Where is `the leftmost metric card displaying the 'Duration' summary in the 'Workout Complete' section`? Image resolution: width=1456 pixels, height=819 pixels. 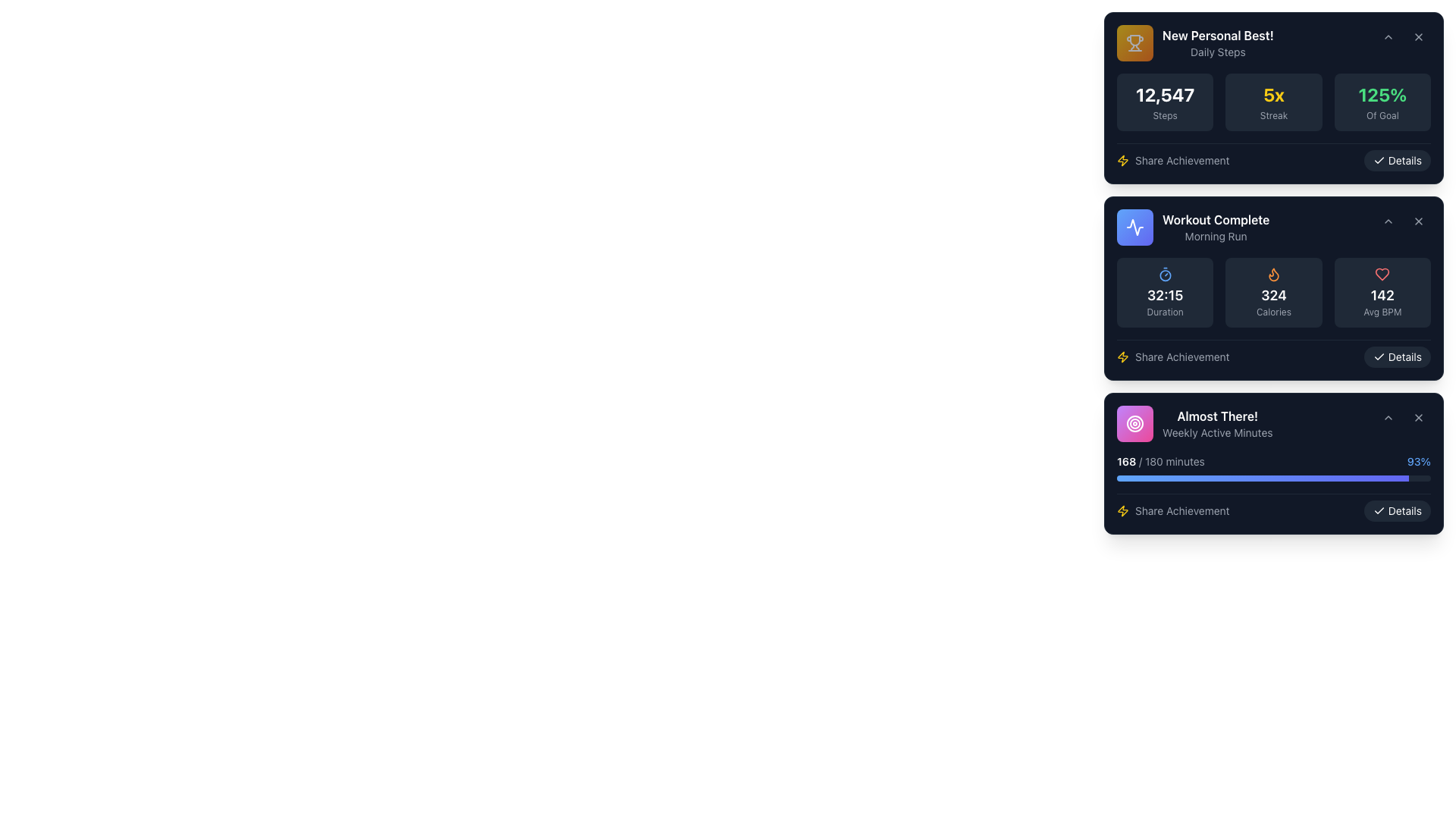 the leftmost metric card displaying the 'Duration' summary in the 'Workout Complete' section is located at coordinates (1164, 292).